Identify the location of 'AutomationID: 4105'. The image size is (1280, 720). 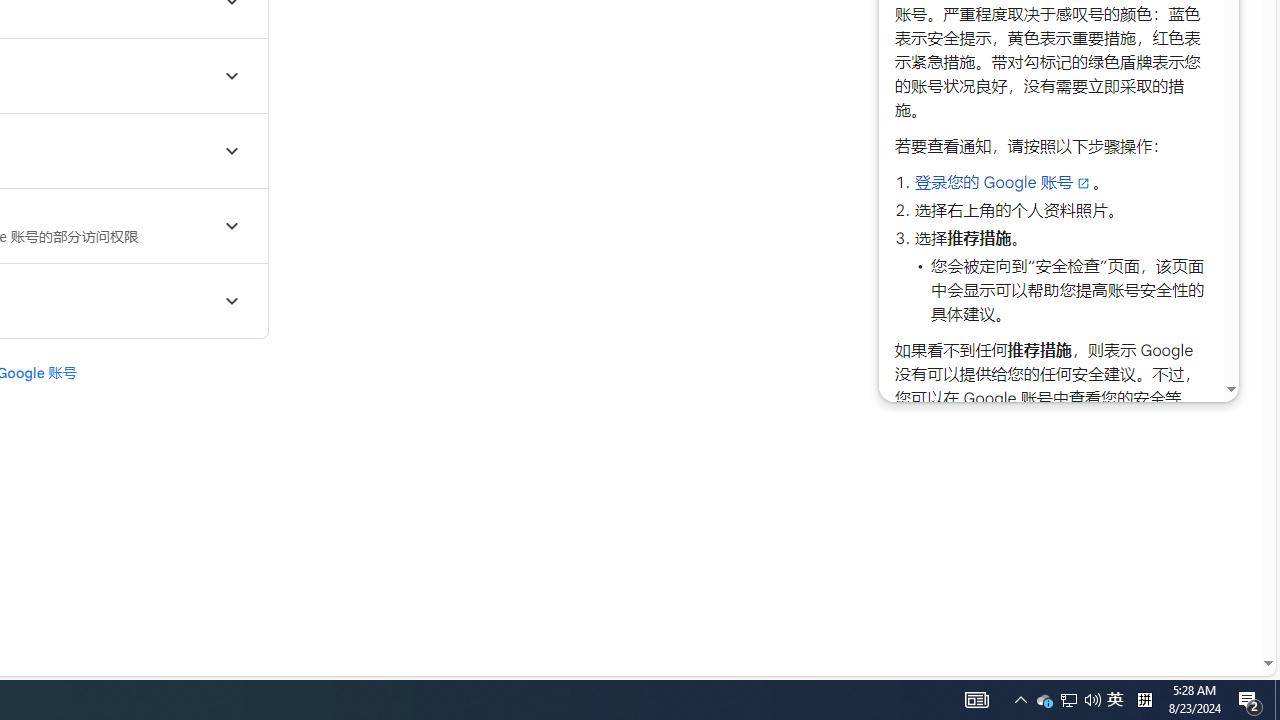
(1067, 698).